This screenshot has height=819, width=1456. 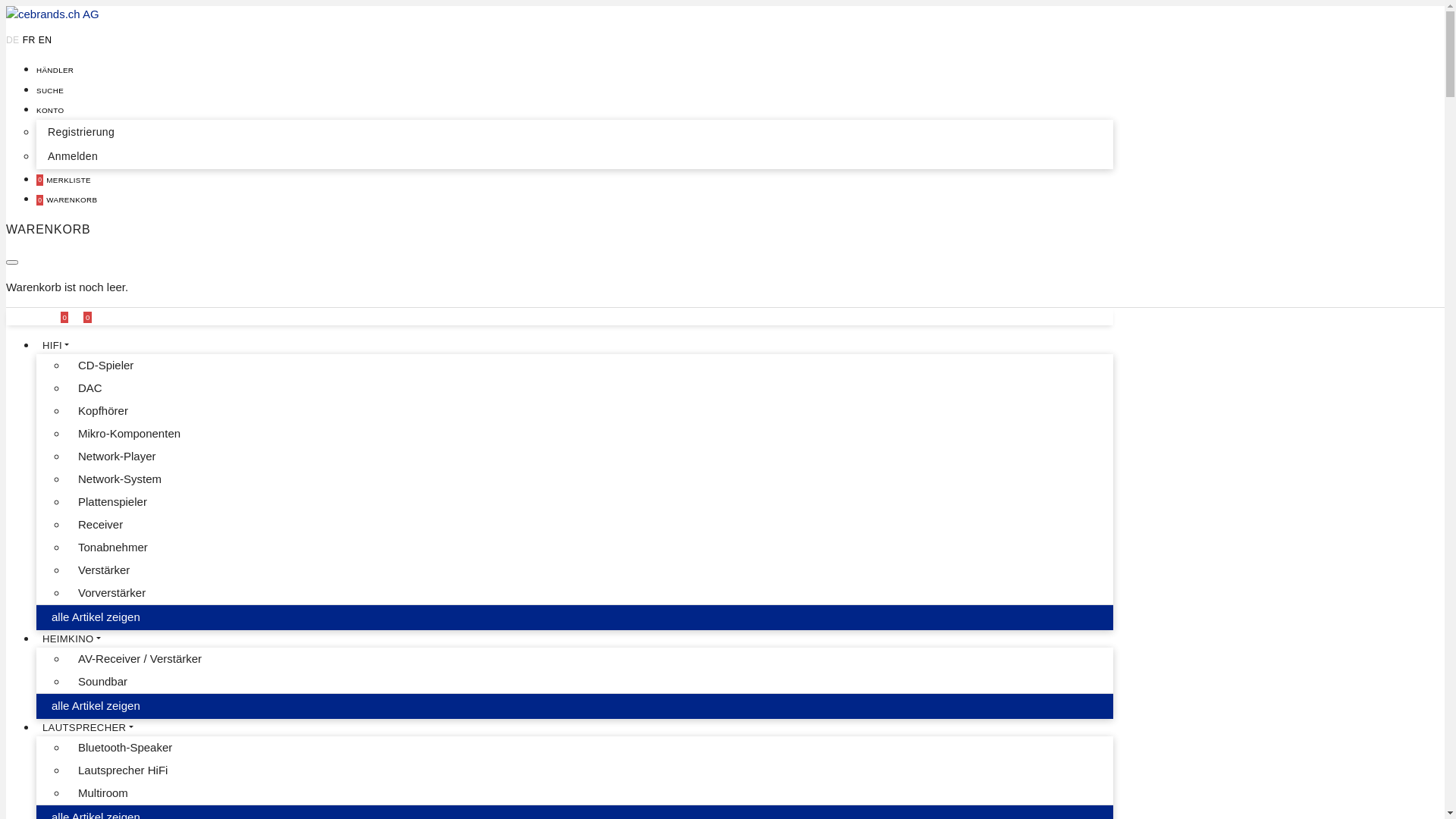 What do you see at coordinates (62, 177) in the screenshot?
I see `'0 MERKLISTE'` at bounding box center [62, 177].